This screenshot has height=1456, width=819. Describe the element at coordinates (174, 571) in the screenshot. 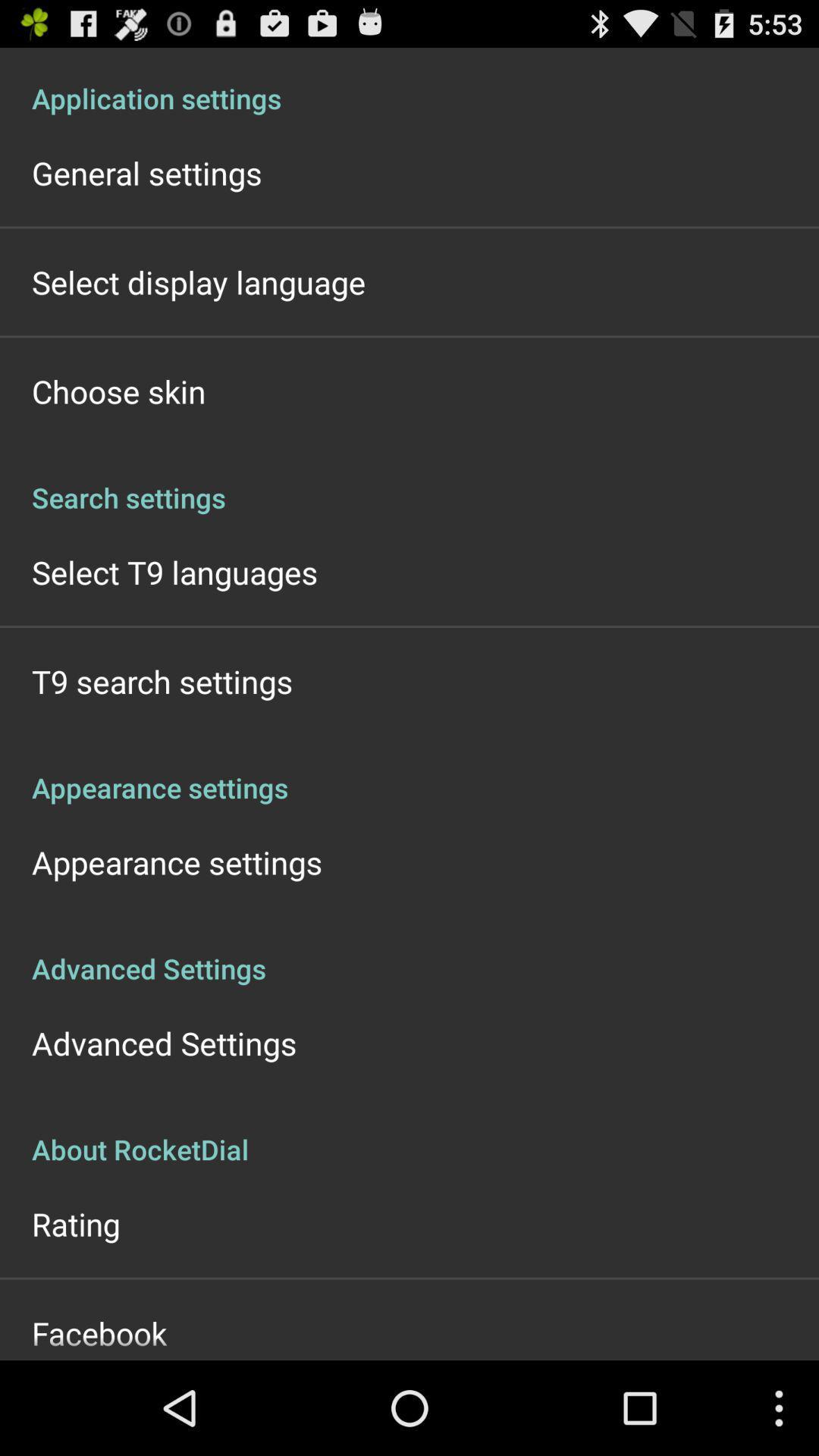

I see `the select t9 languages item` at that location.